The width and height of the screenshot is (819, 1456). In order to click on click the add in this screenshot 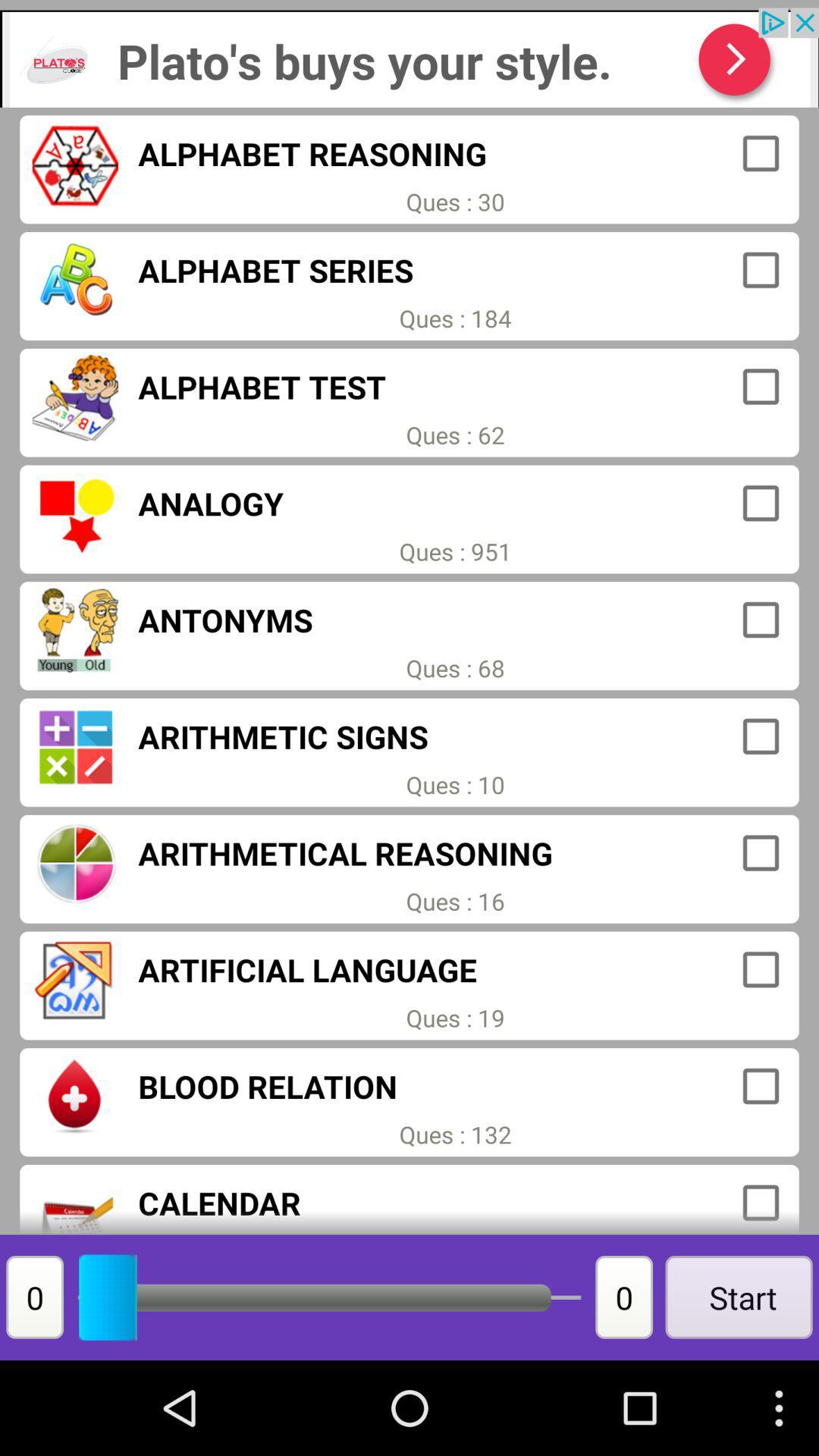, I will do `click(409, 58)`.